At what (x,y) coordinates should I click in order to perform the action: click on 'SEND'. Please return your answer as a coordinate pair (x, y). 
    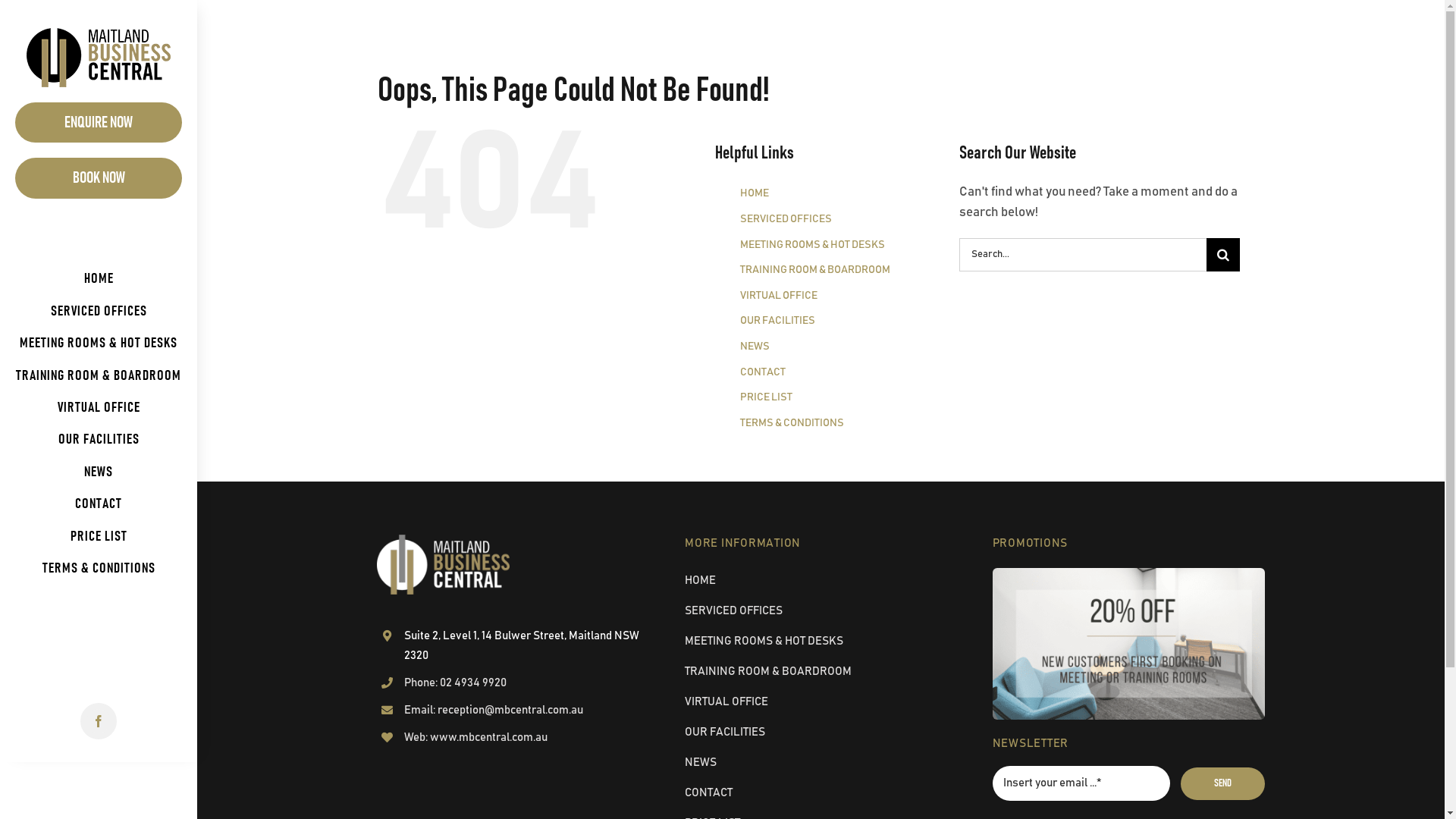
    Looking at the image, I should click on (1222, 783).